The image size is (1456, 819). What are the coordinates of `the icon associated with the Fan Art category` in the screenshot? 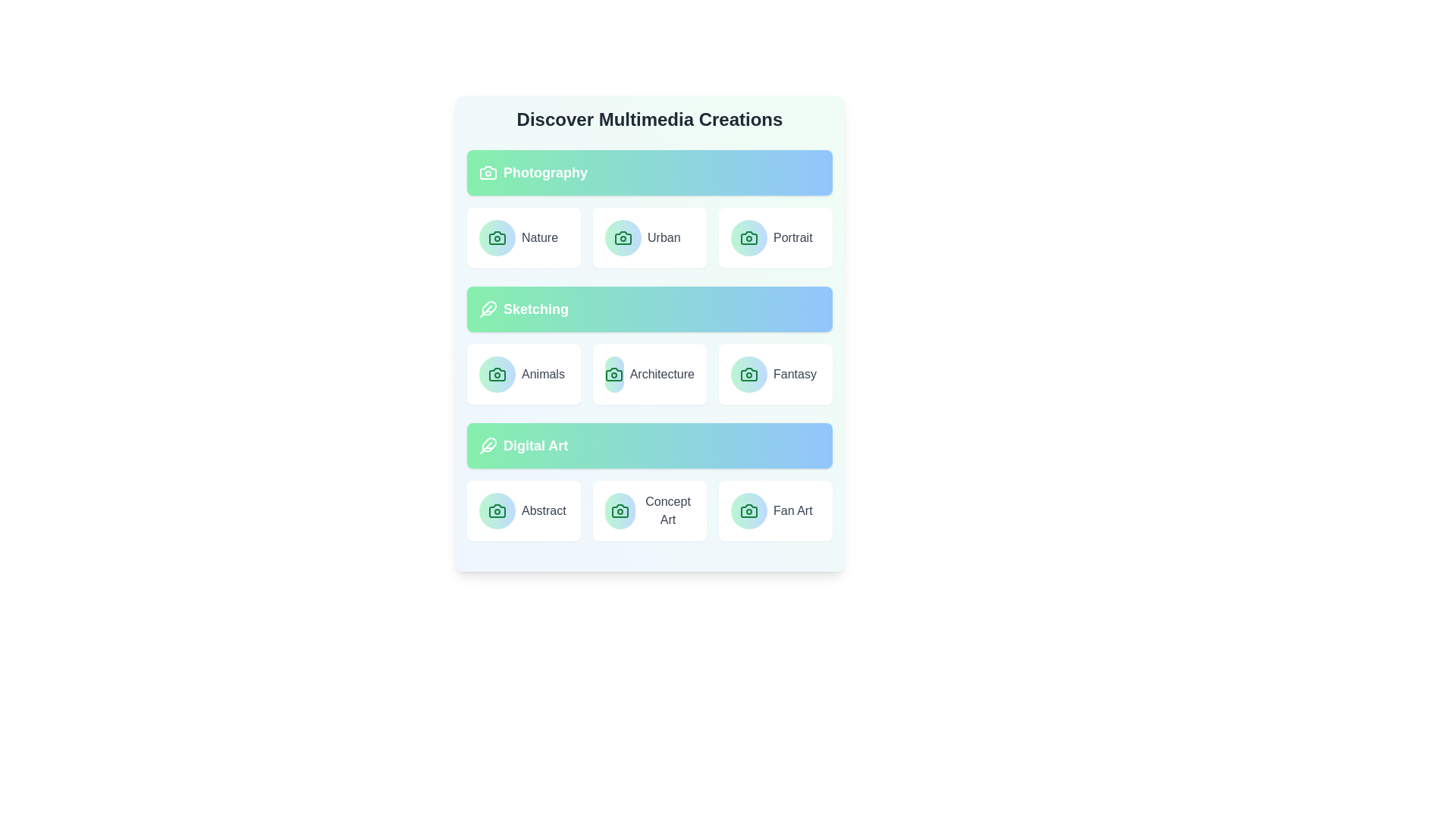 It's located at (749, 511).